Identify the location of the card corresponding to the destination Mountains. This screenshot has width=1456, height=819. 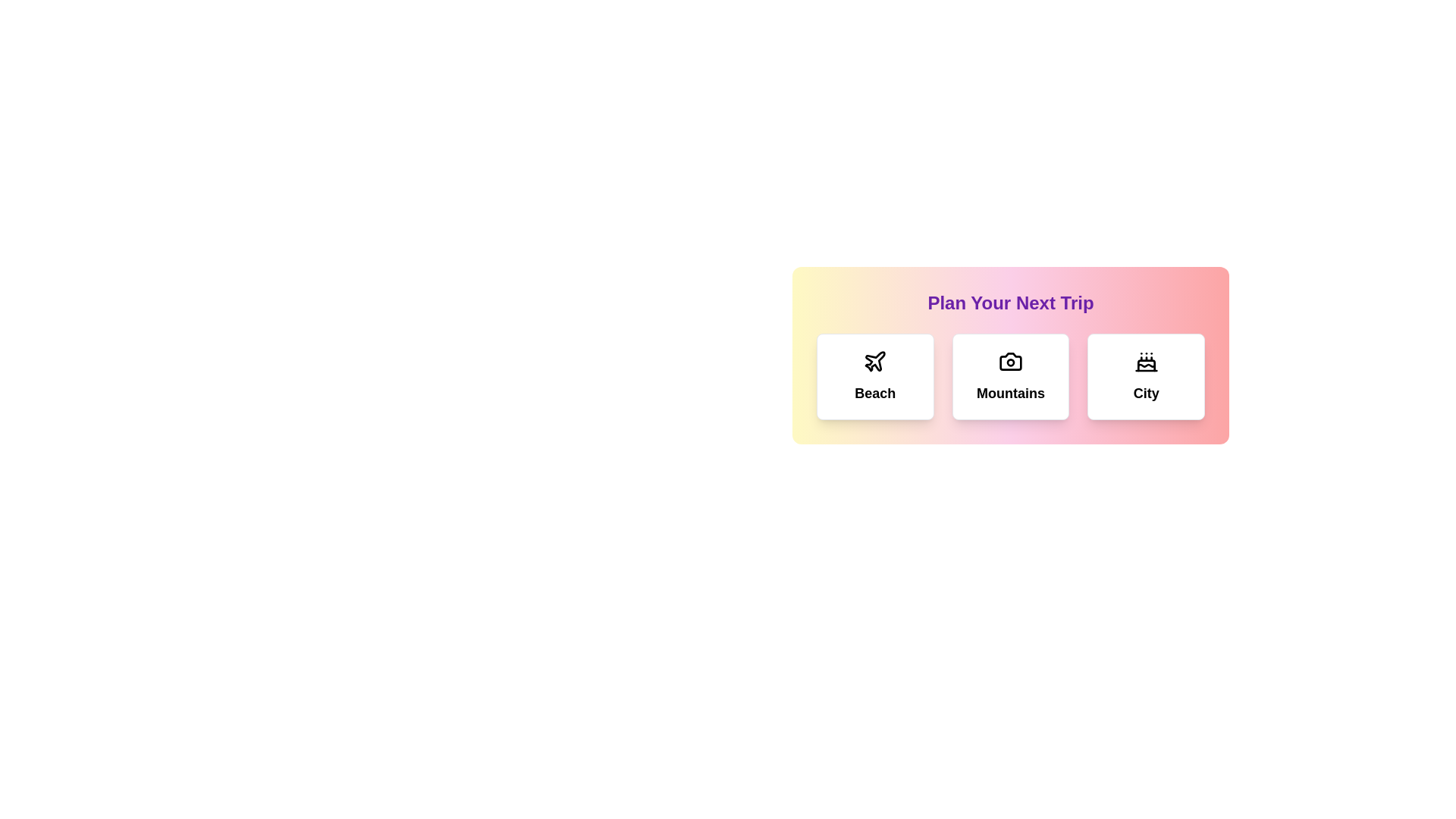
(1011, 376).